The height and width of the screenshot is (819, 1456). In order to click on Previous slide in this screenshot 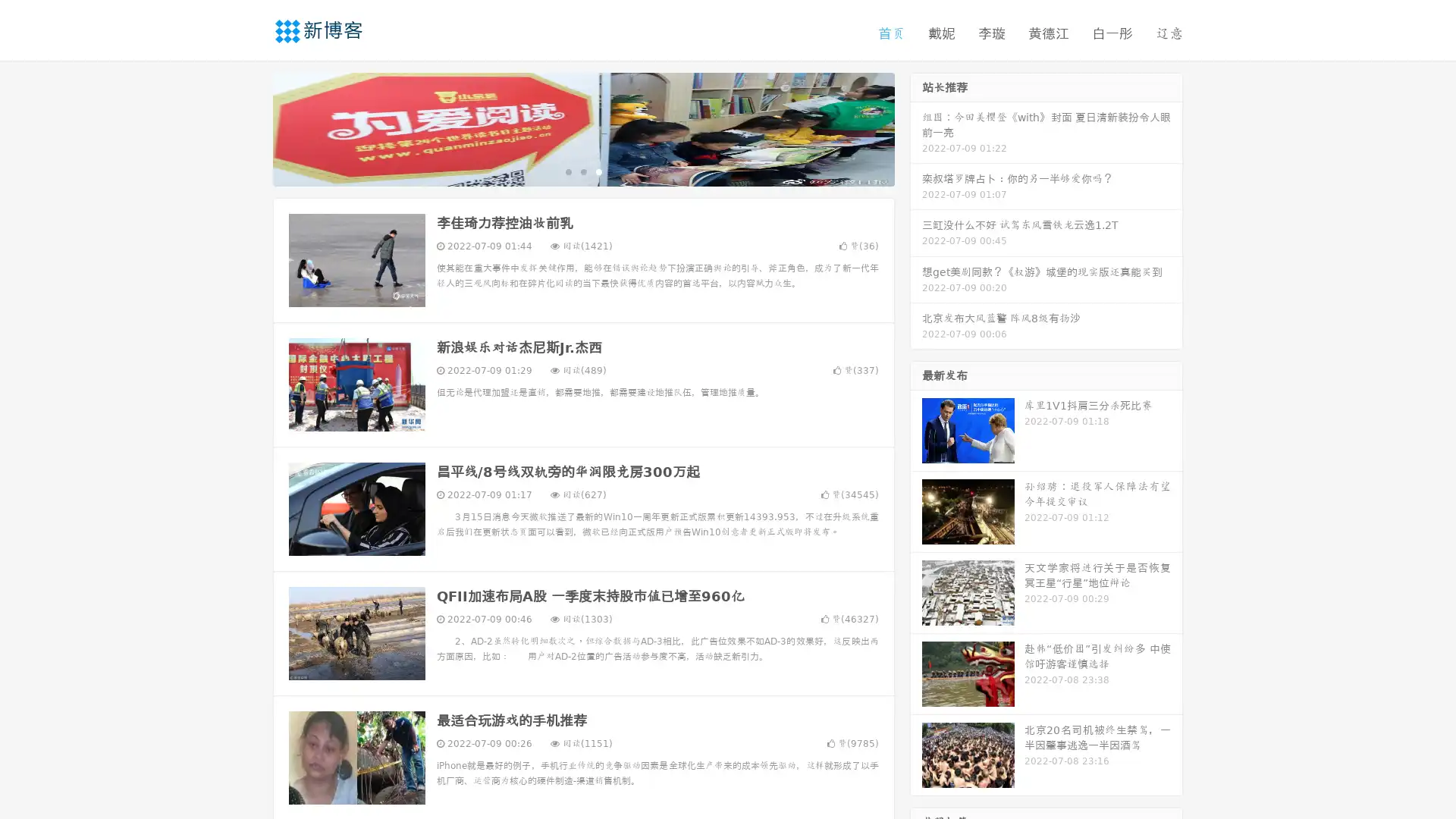, I will do `click(250, 127)`.